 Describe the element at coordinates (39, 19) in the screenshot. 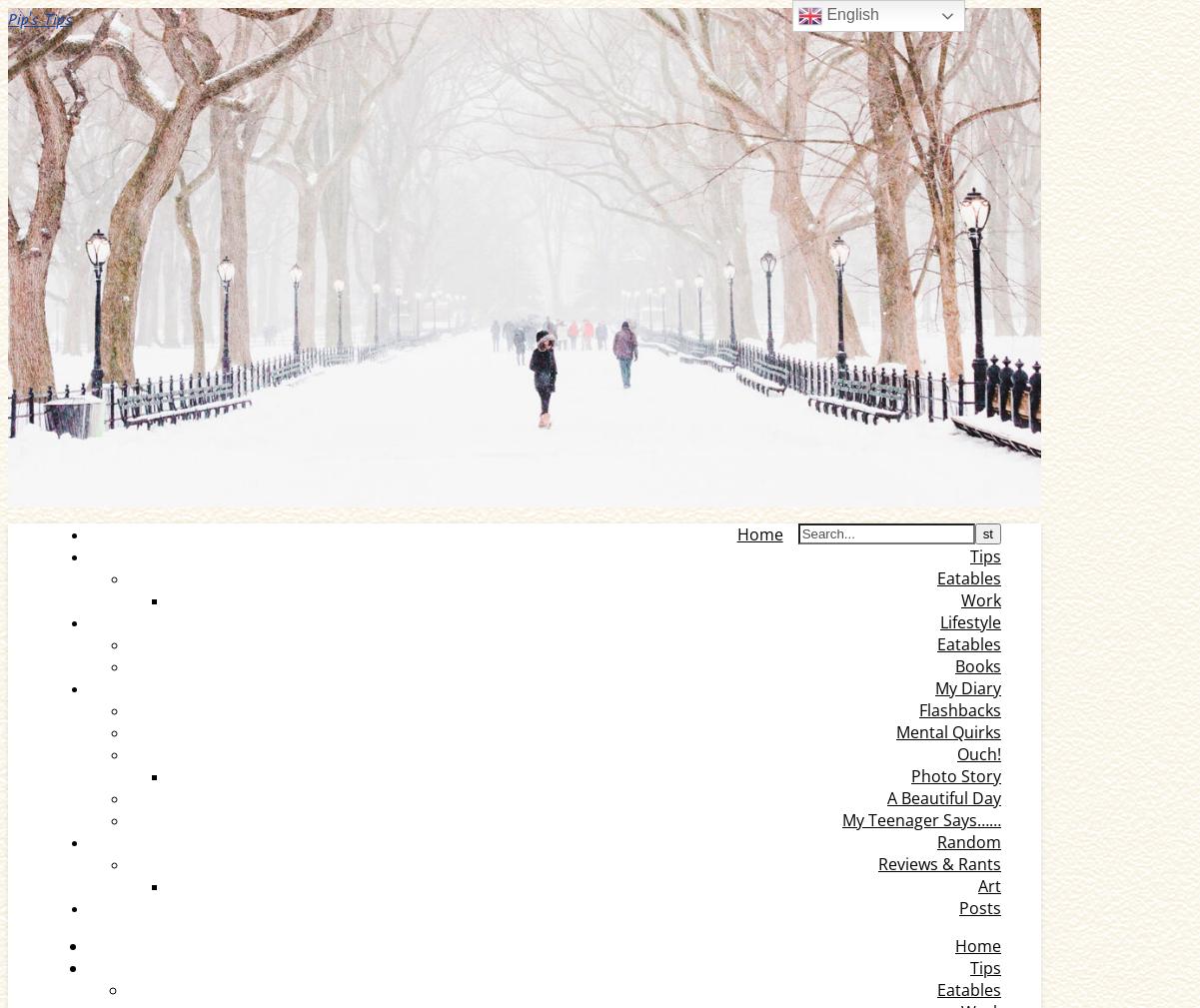

I see `'Pip's Tips'` at that location.